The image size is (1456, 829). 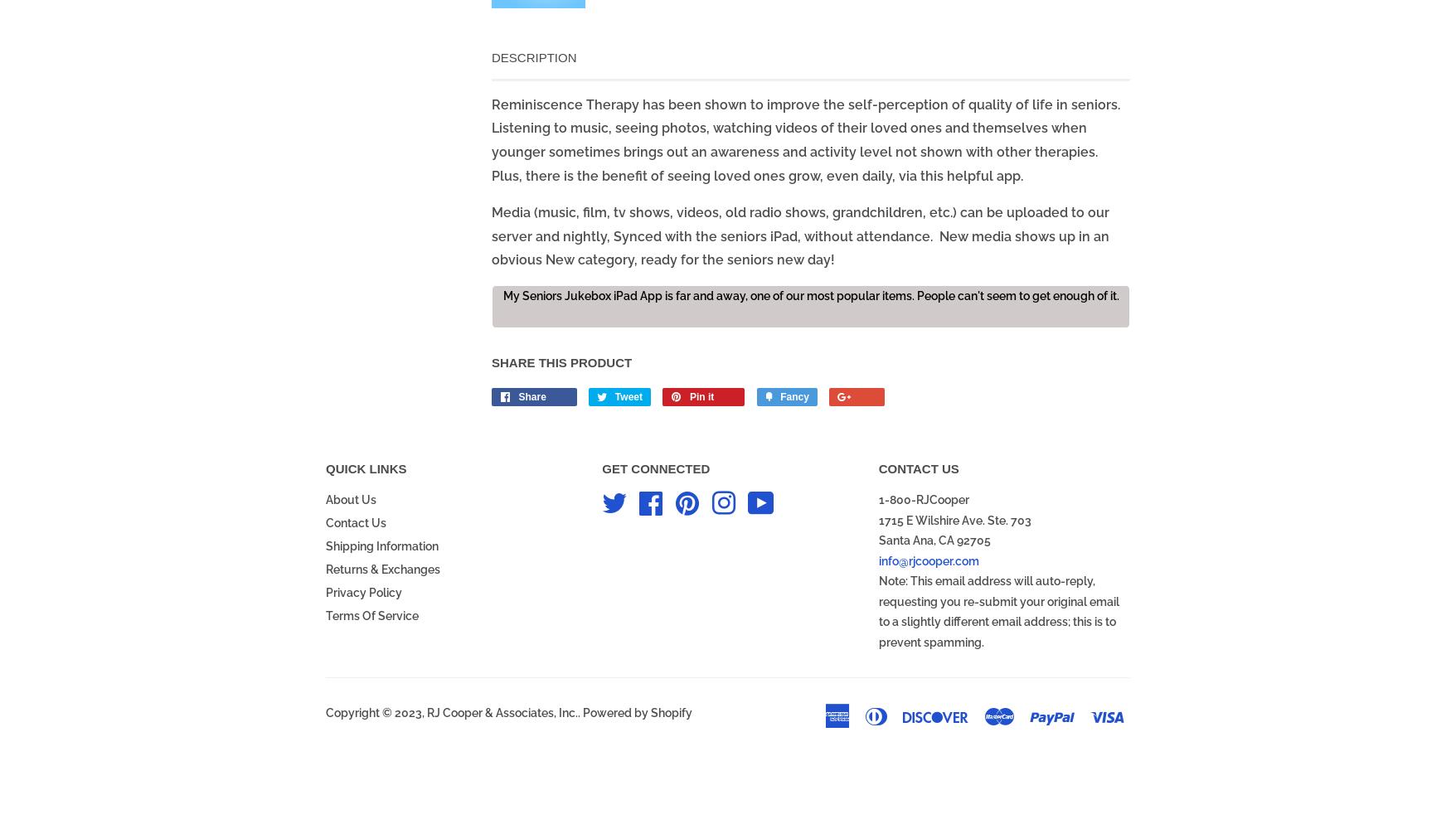 I want to click on 'Note: This email address will auto-reply, requesting you re-submit your original email to a slightly different email address; this is to prevent spamming.', so click(x=997, y=610).